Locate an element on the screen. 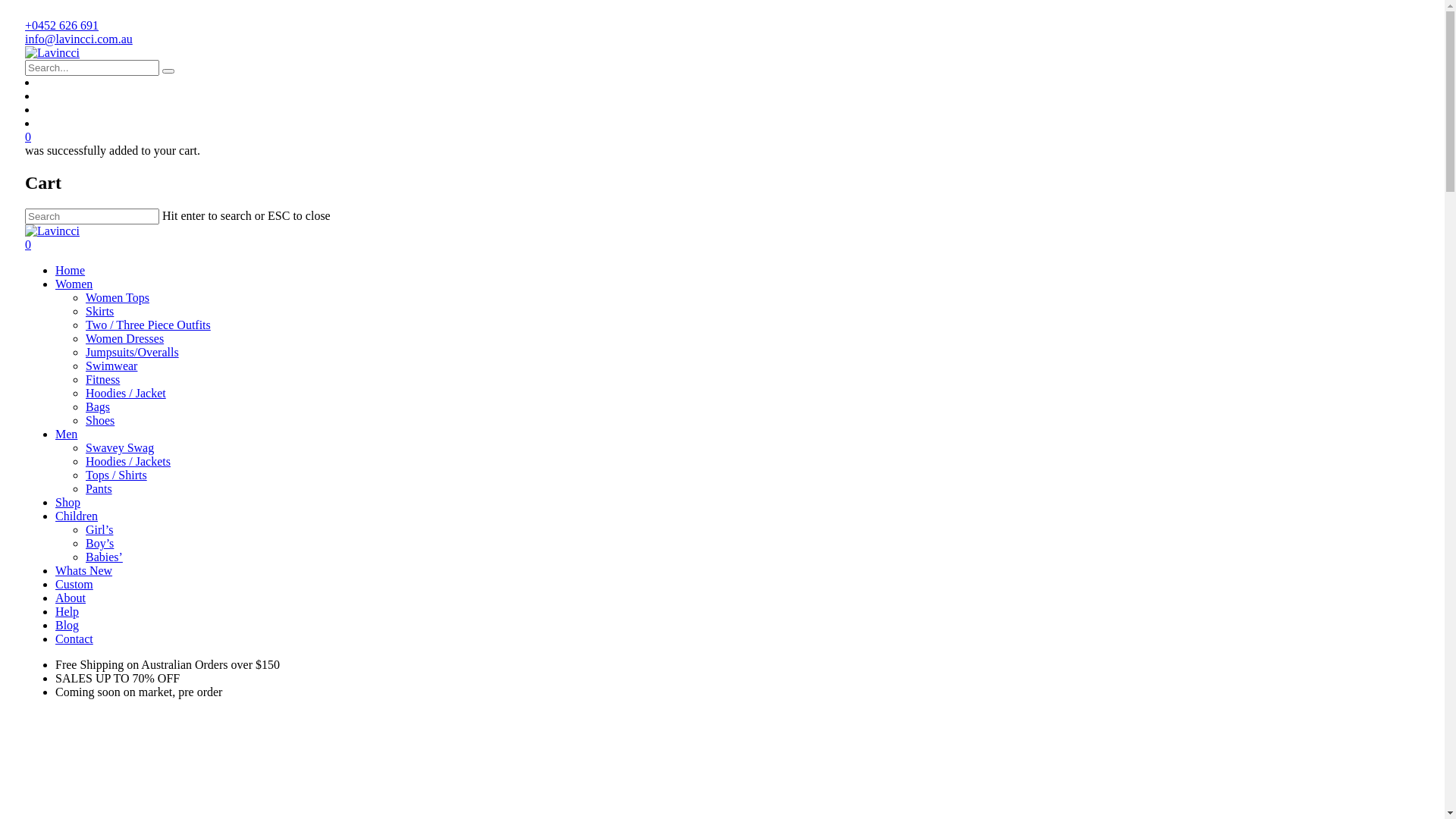  'Swimwear' is located at coordinates (111, 366).